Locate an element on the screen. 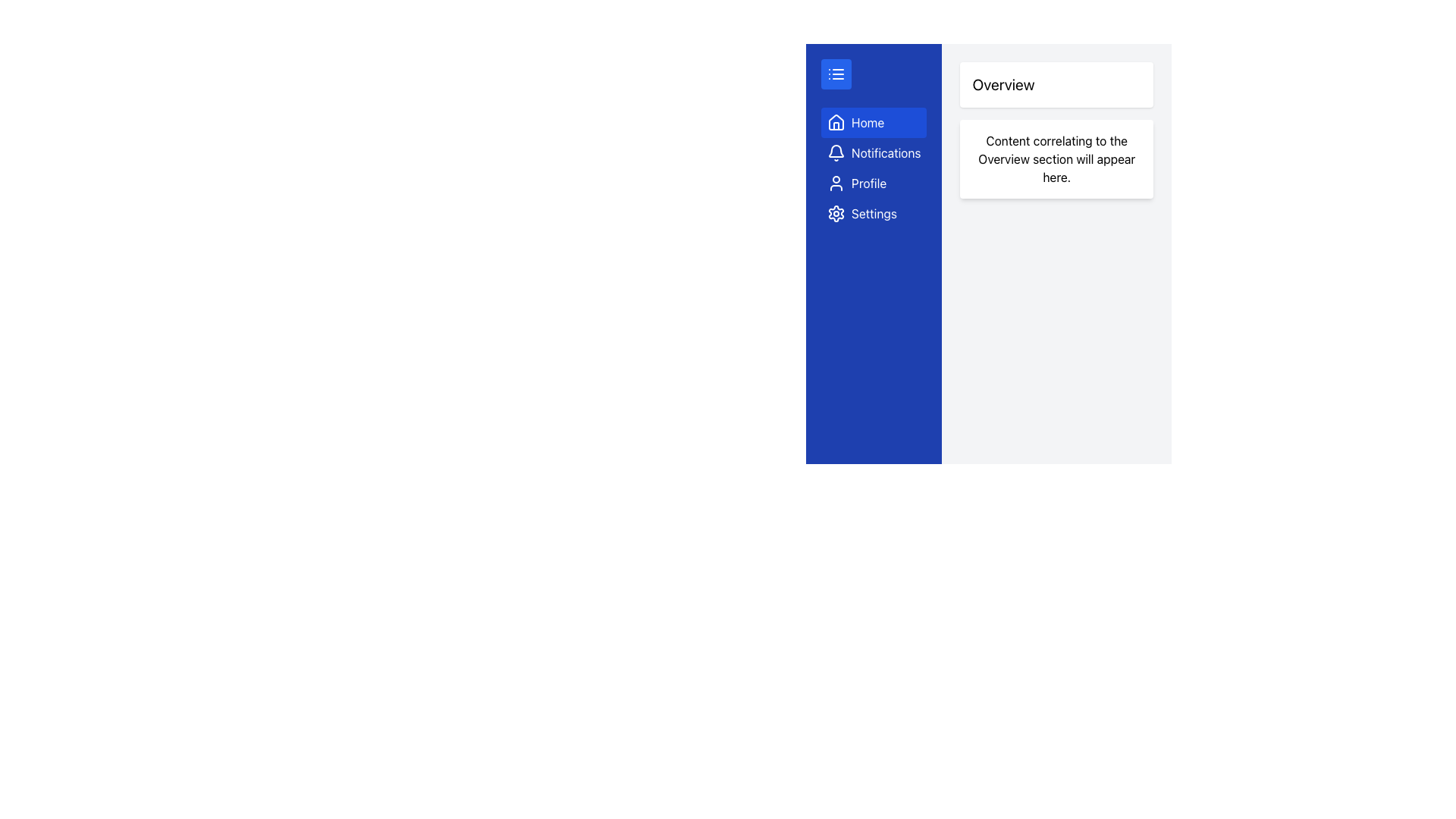 The image size is (1456, 819). the bell icon located within the blue button labeled 'Notifications' in the sidebar, positioned directly below the 'Home' section is located at coordinates (836, 152).